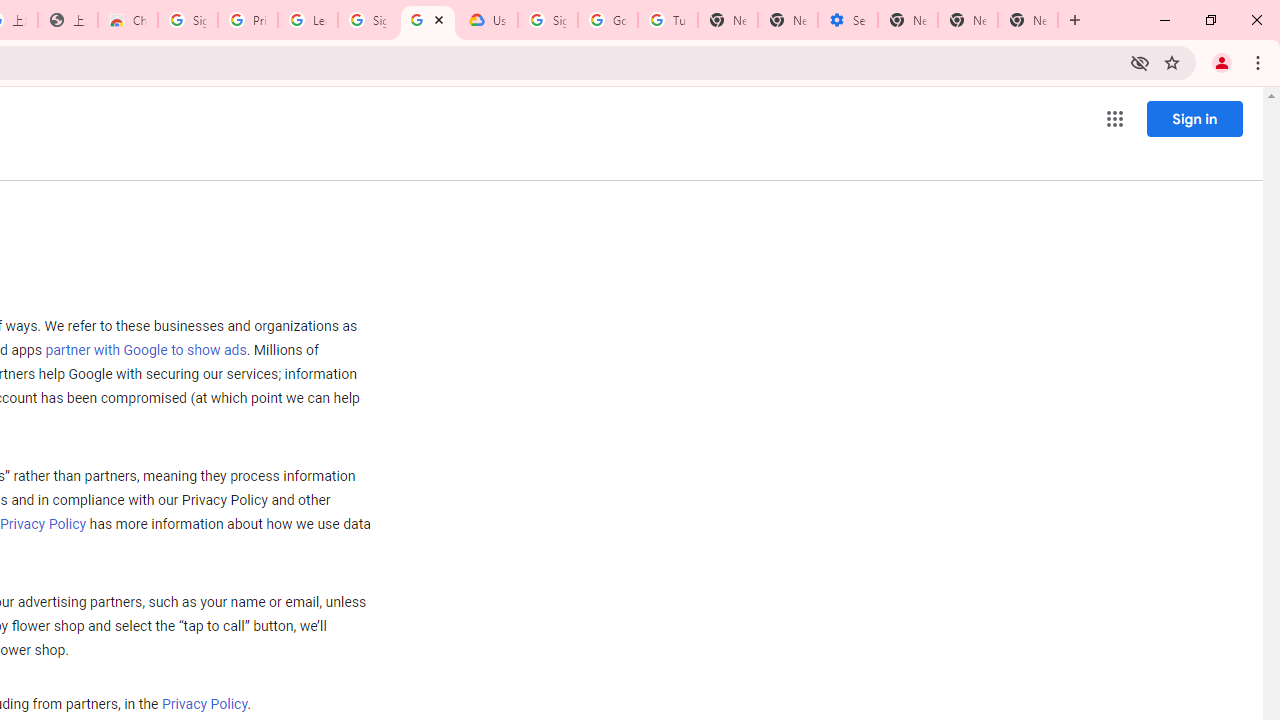 The height and width of the screenshot is (720, 1280). Describe the element at coordinates (187, 20) in the screenshot. I see `'Sign in - Google Accounts'` at that location.